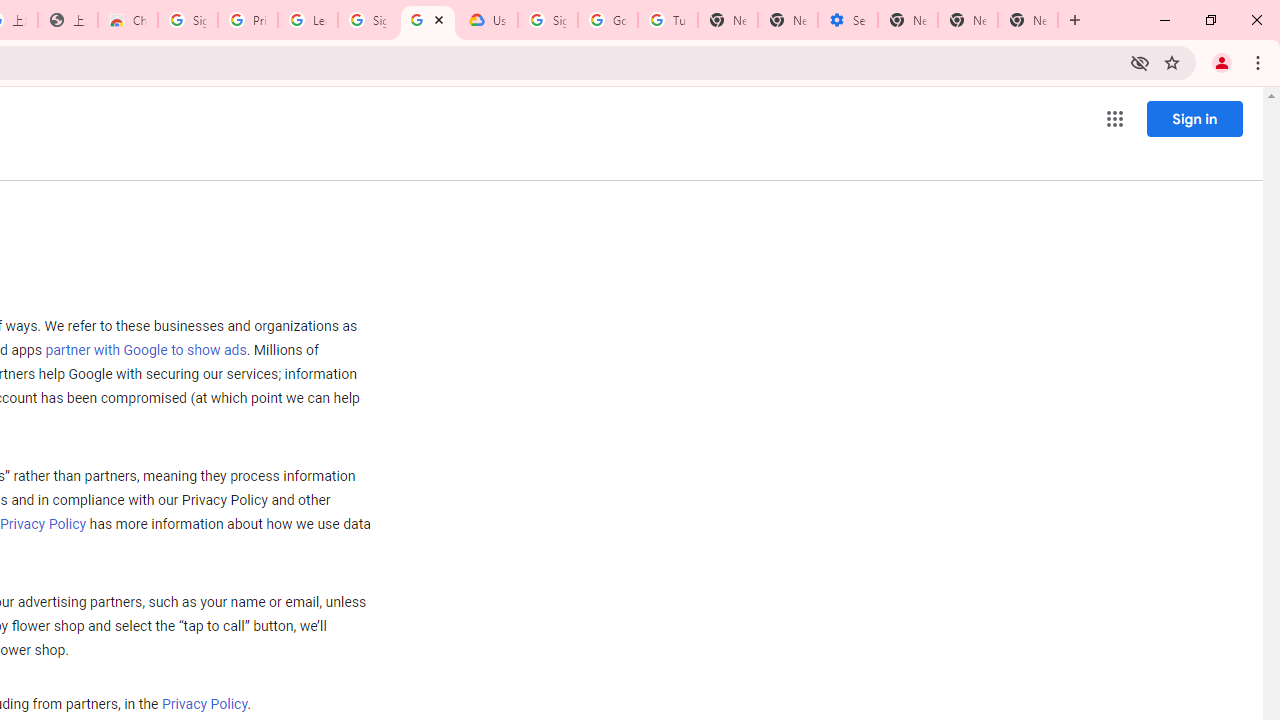 The height and width of the screenshot is (720, 1280). Describe the element at coordinates (187, 20) in the screenshot. I see `'Sign in - Google Accounts'` at that location.